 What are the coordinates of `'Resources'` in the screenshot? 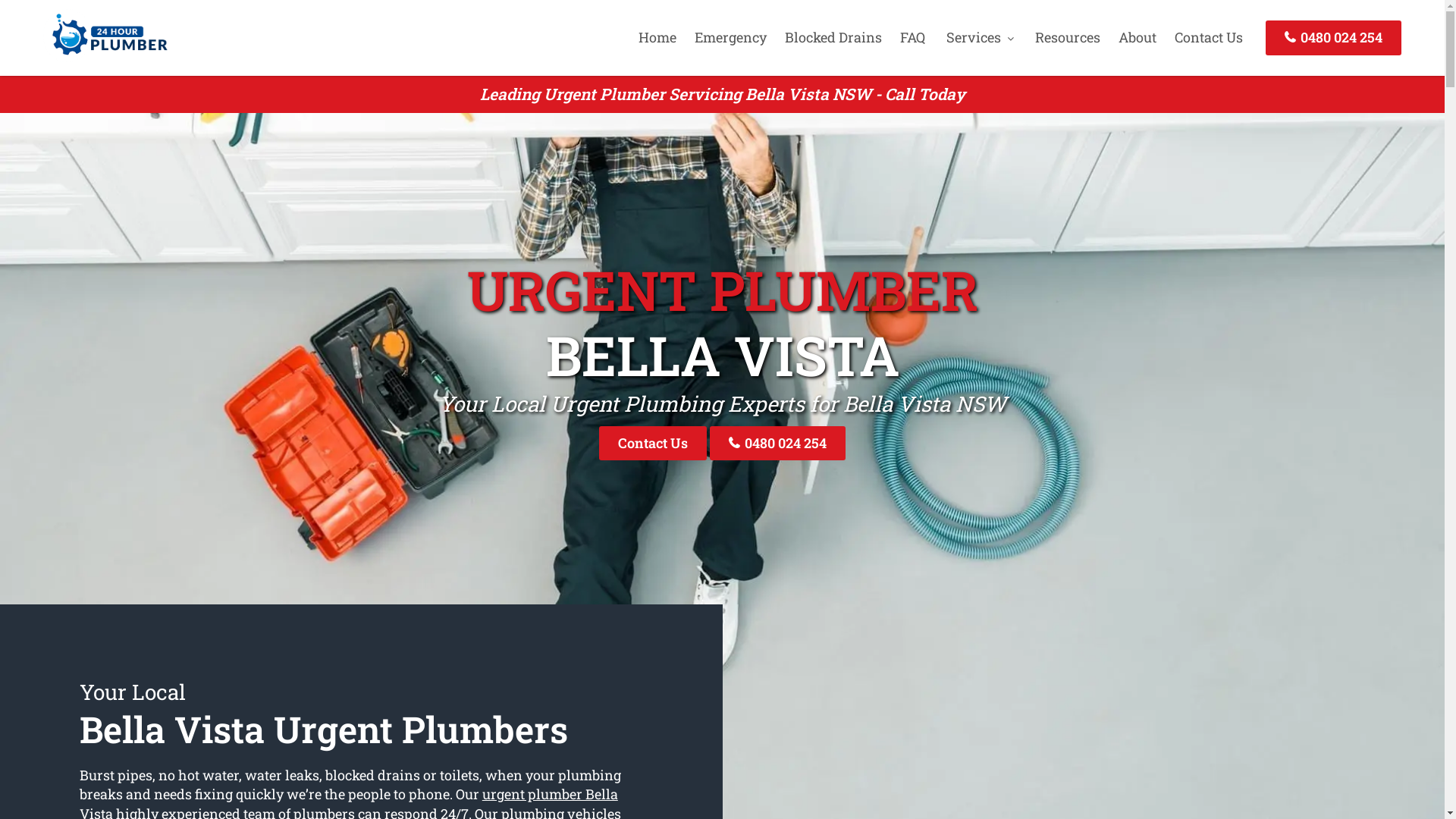 It's located at (1066, 36).